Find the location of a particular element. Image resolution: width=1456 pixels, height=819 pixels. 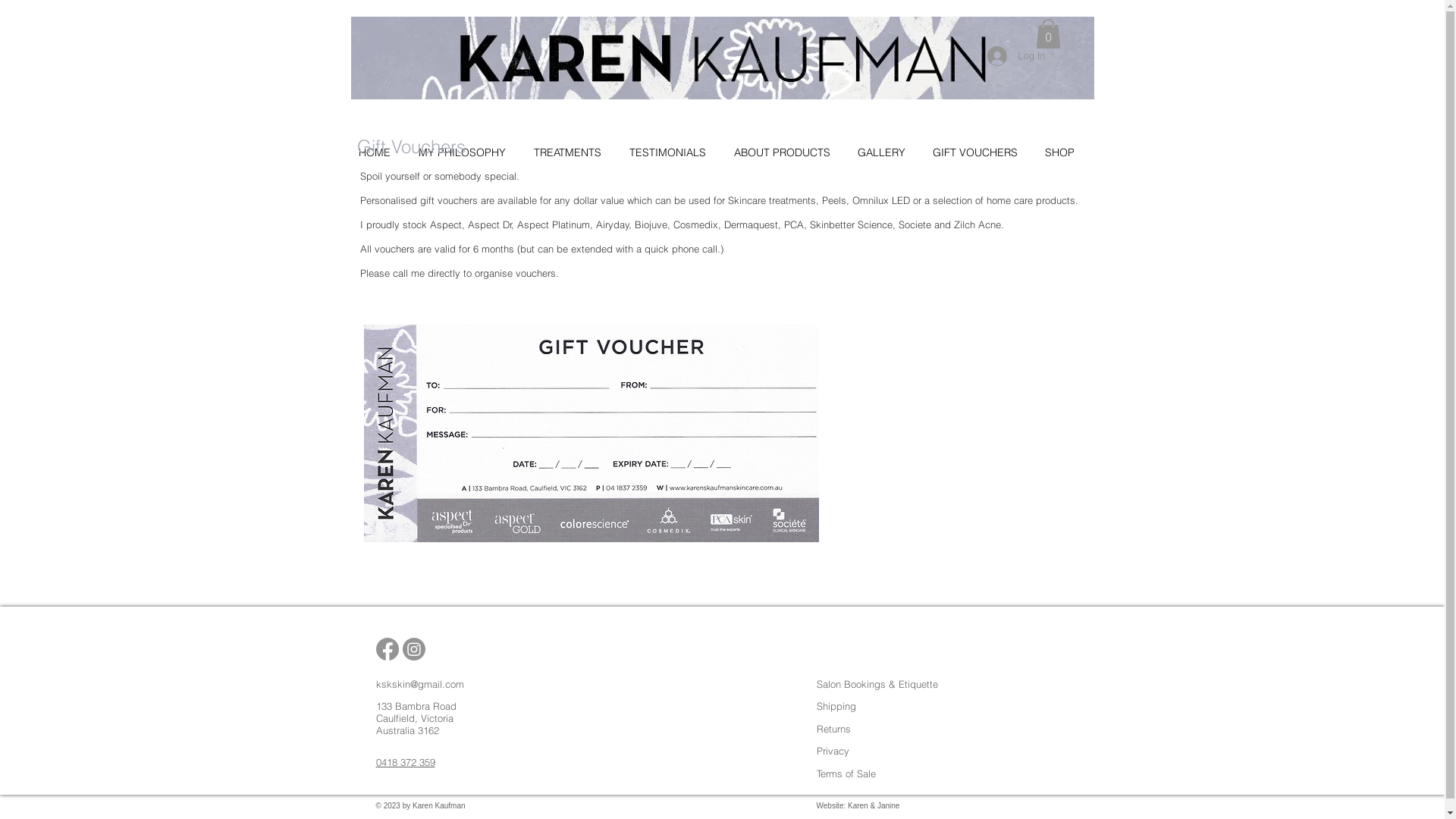

'GALLERY' is located at coordinates (886, 152).